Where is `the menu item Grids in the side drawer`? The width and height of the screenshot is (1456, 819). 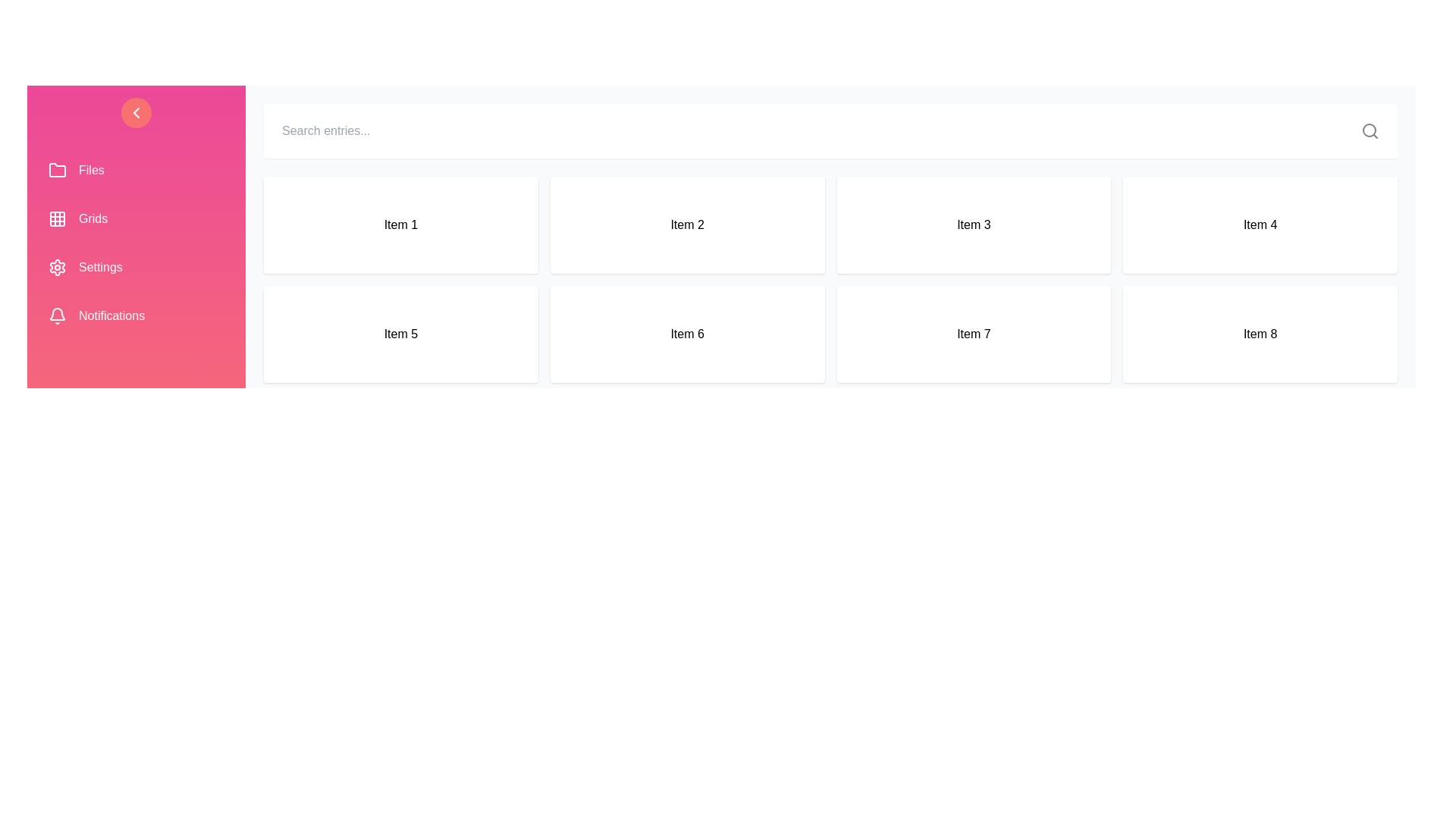
the menu item Grids in the side drawer is located at coordinates (136, 219).